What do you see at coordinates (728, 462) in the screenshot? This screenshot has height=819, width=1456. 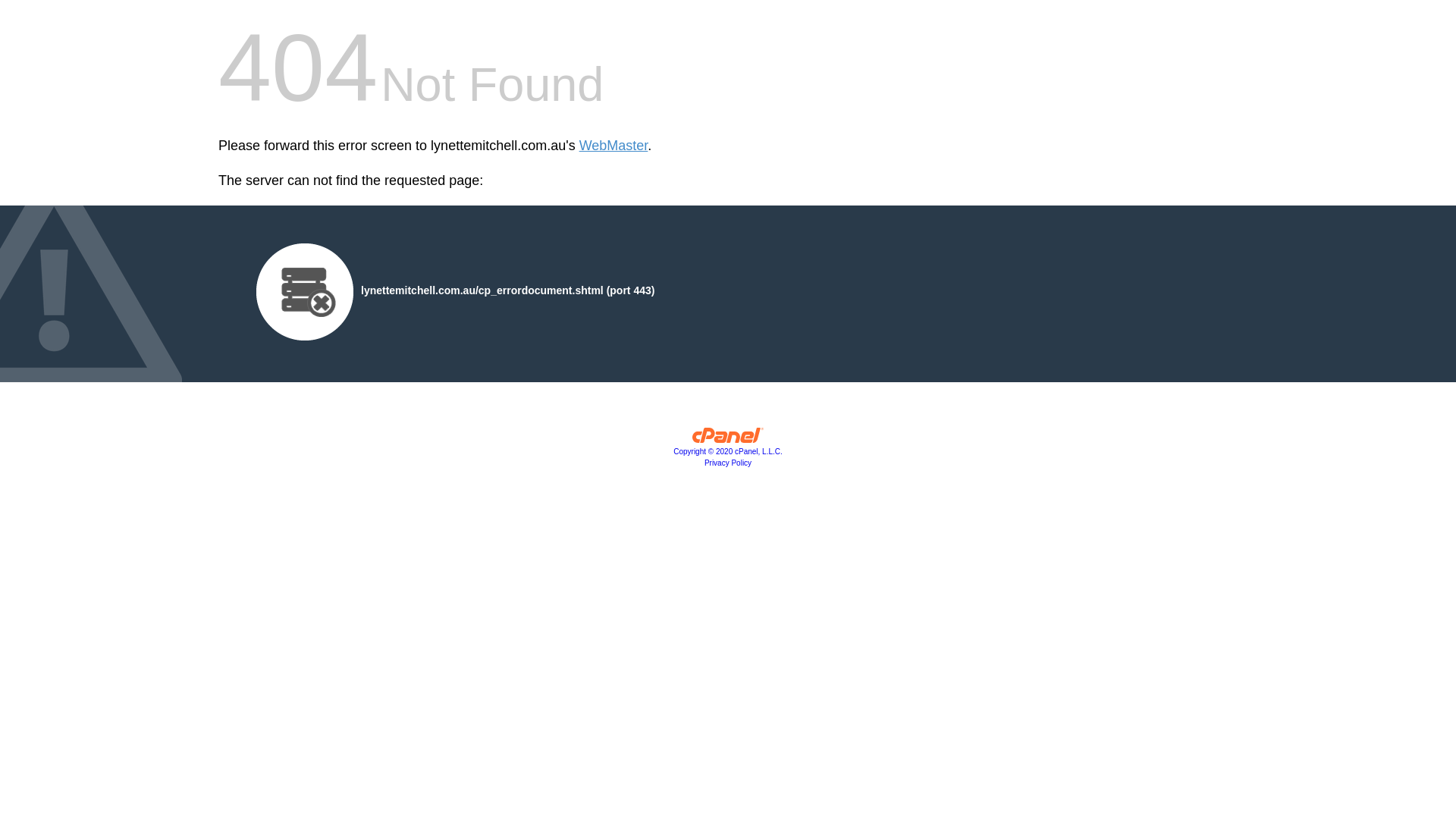 I see `'Privacy Policy'` at bounding box center [728, 462].